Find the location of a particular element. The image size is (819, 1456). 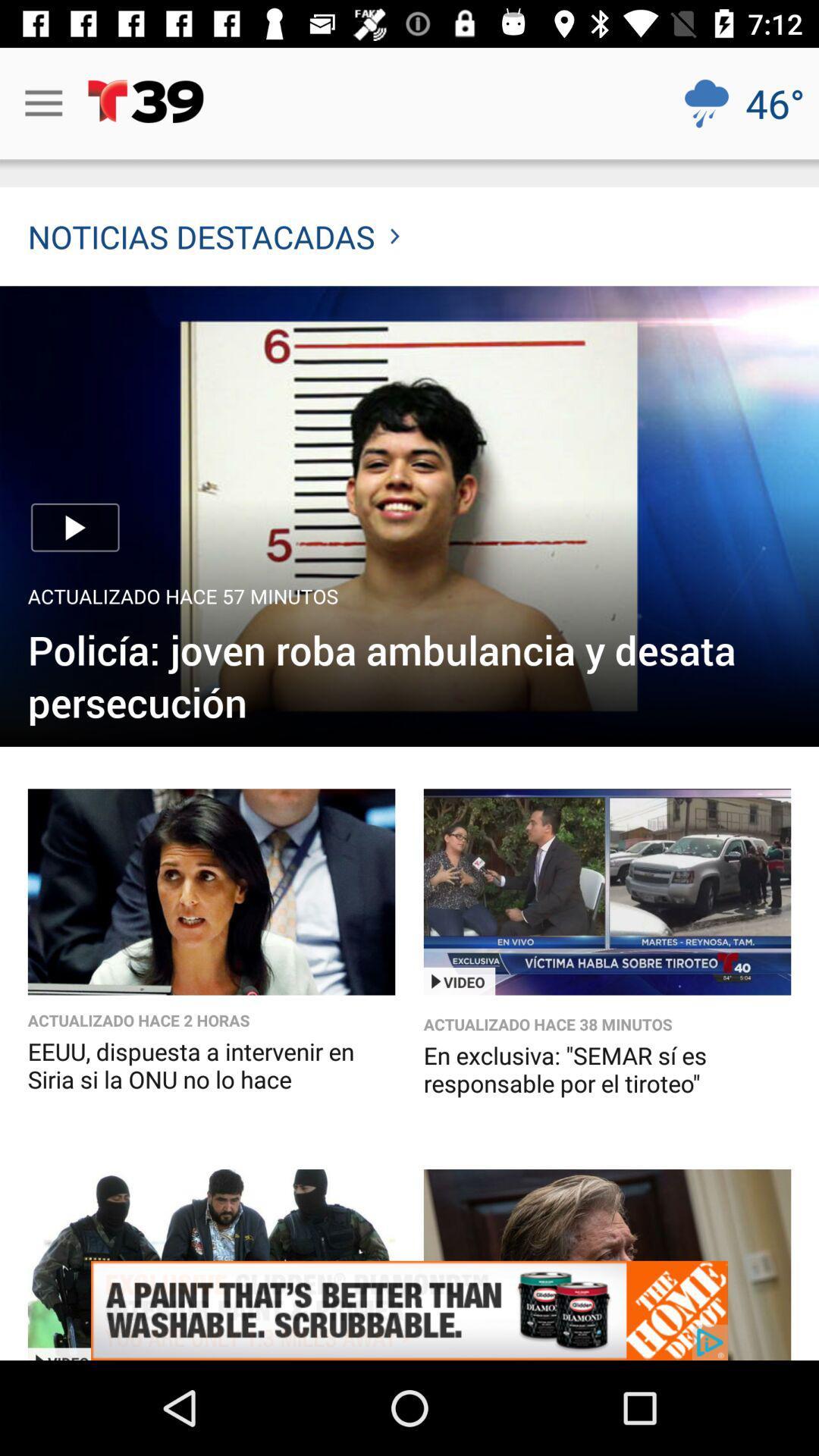

the noticias destacadas icon is located at coordinates (213, 236).